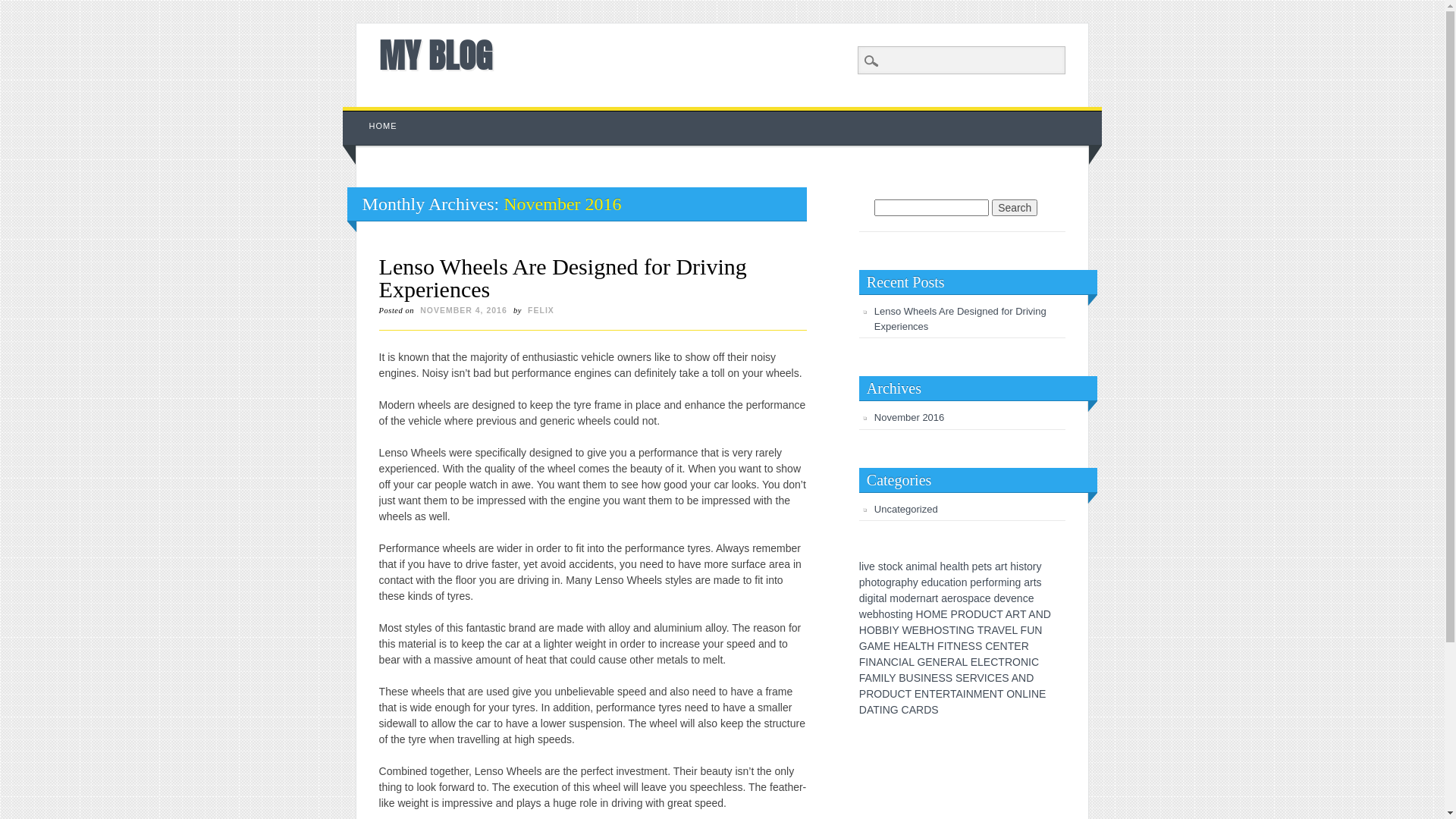 The image size is (1456, 819). What do you see at coordinates (1011, 646) in the screenshot?
I see `'T'` at bounding box center [1011, 646].